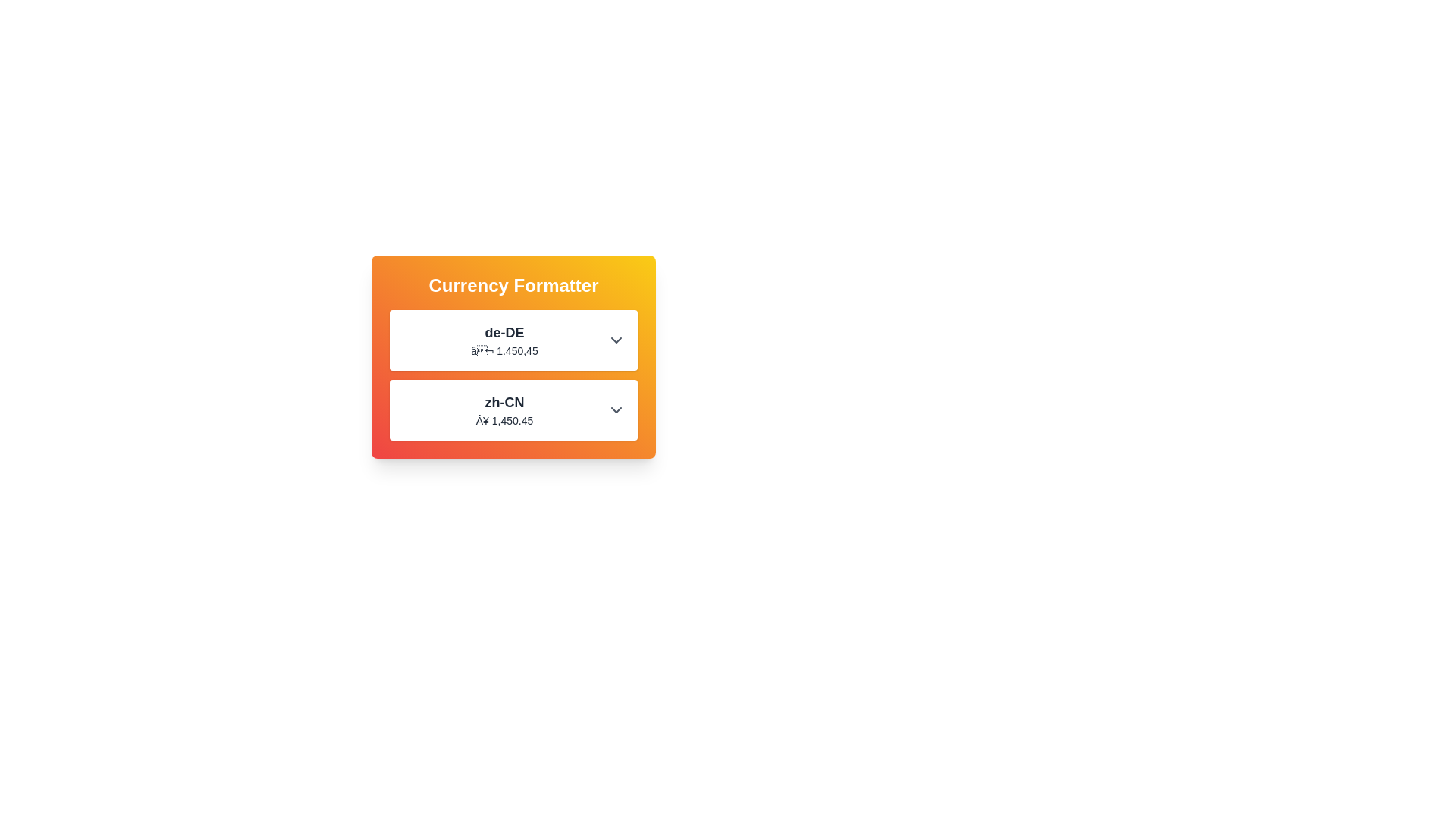 The width and height of the screenshot is (1456, 819). I want to click on the currency display option for Chinese Yuan, which is the second entry in the dropdown list beneath the 'de-DE' option, so click(513, 409).